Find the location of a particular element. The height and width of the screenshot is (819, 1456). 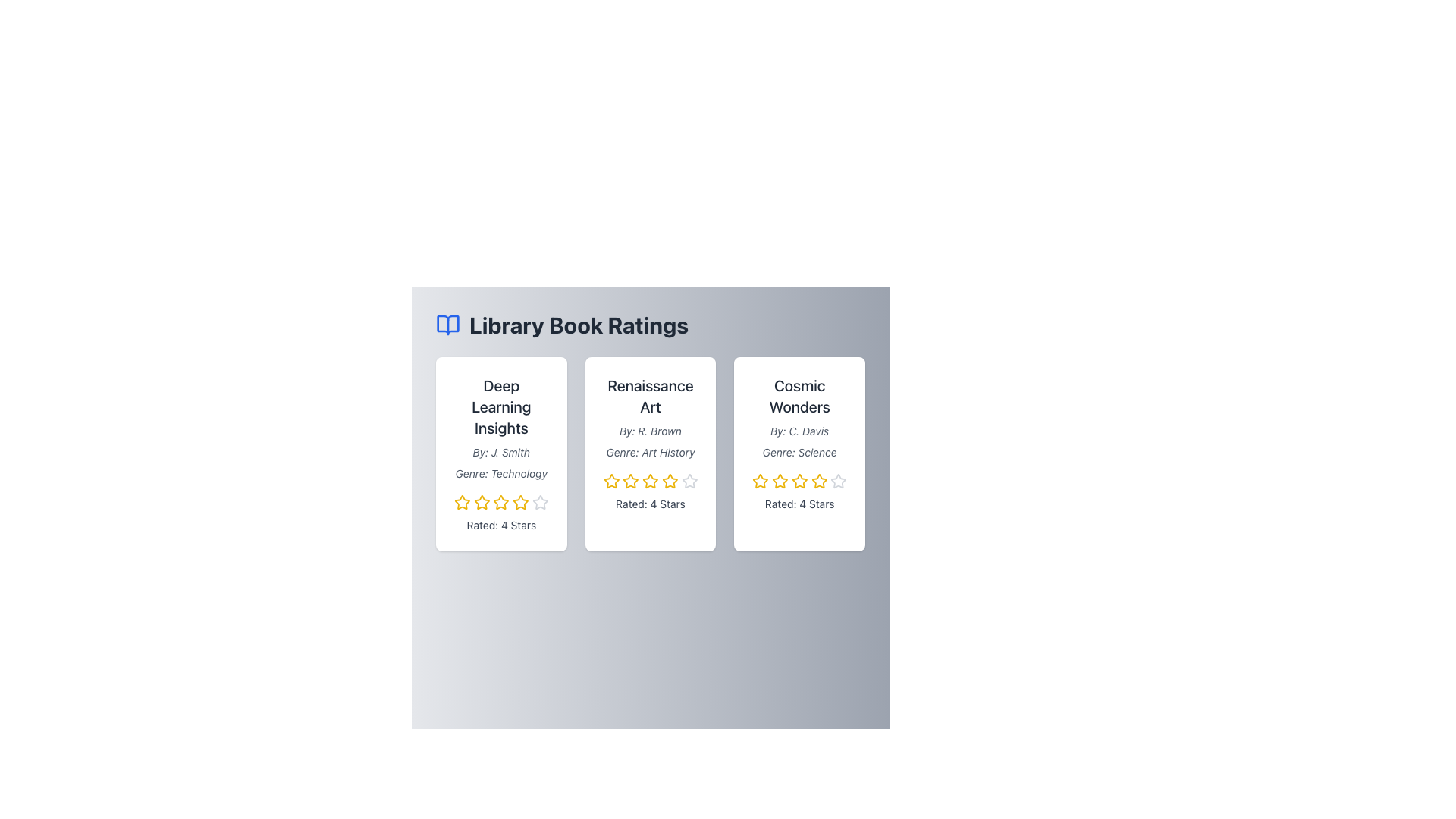

the rating is located at coordinates (803, 481).